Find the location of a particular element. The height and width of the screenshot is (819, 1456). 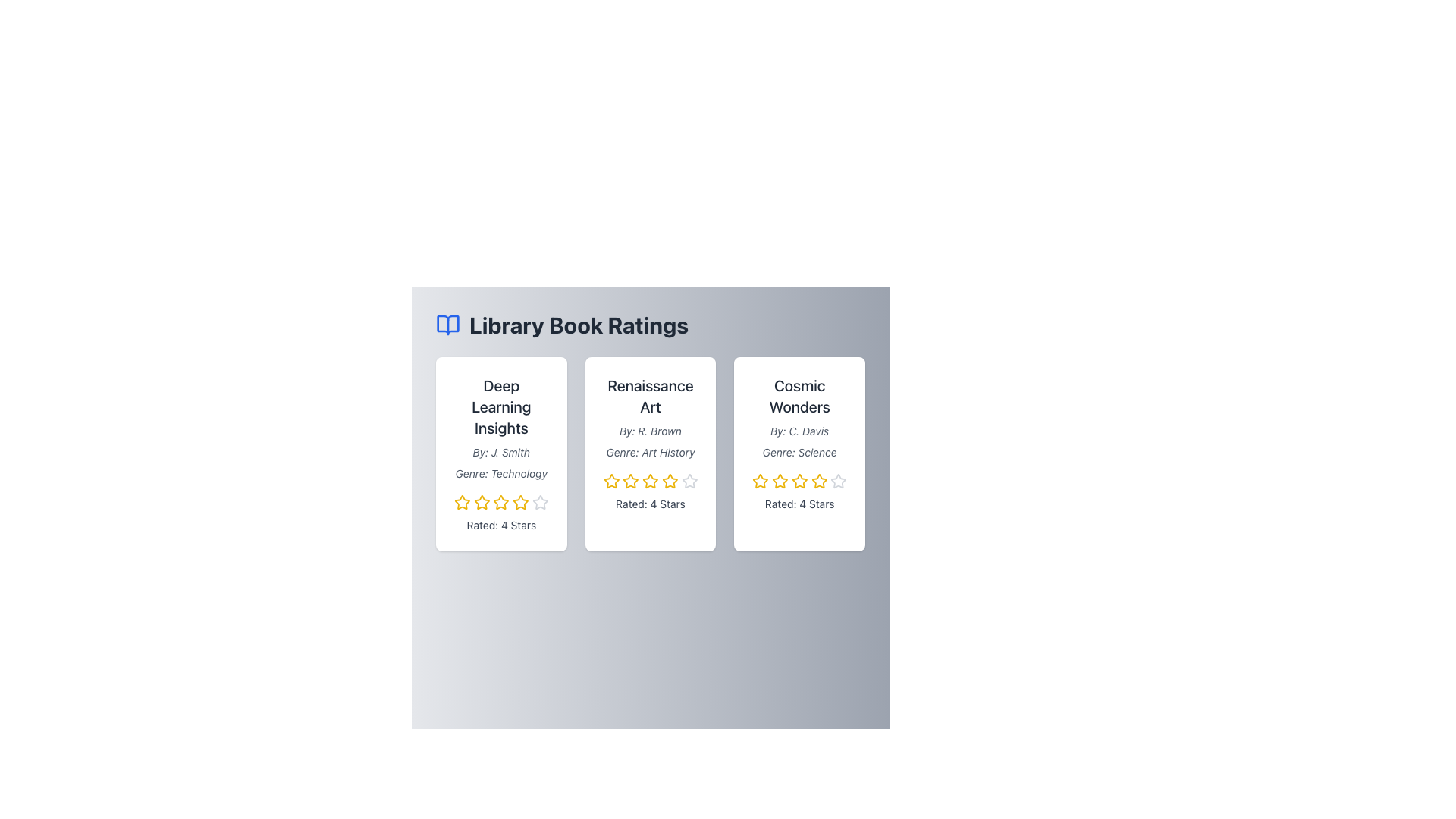

the rating is located at coordinates (803, 481).